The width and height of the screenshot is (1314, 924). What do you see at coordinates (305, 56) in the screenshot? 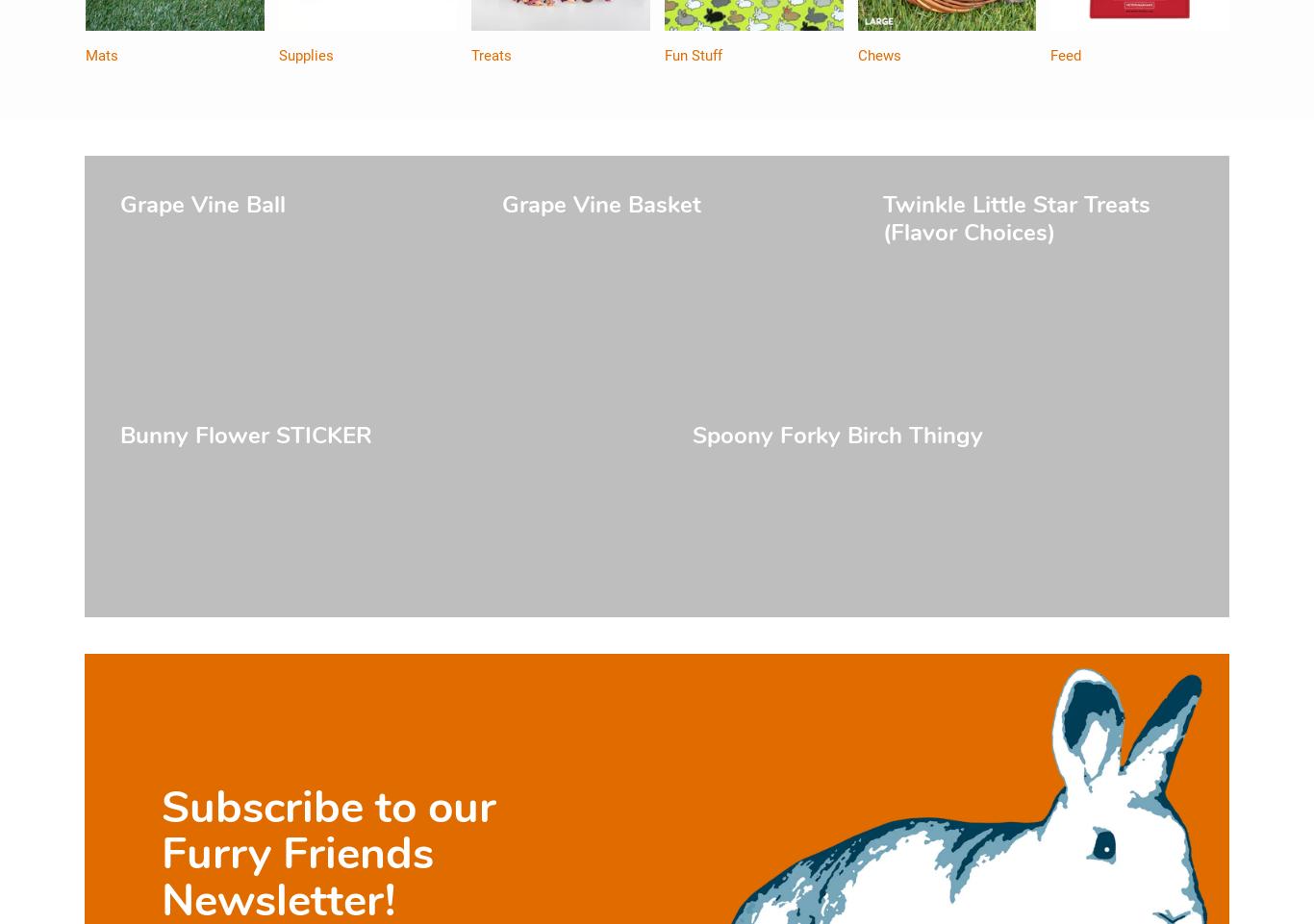
I see `'Supplies'` at bounding box center [305, 56].